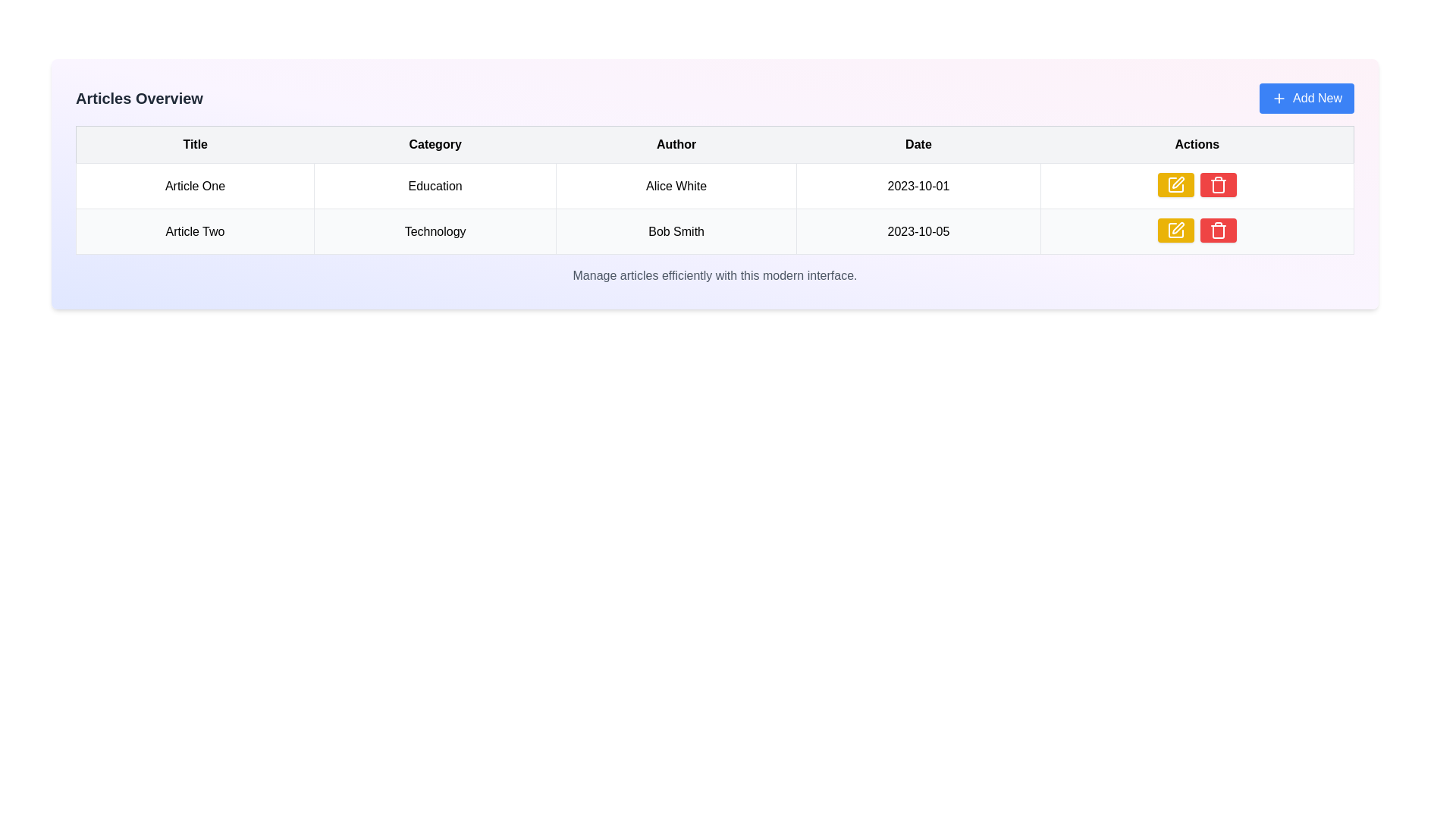  What do you see at coordinates (1175, 184) in the screenshot?
I see `the yellow edit icon button in the 'Actions' column of the second row of the table` at bounding box center [1175, 184].